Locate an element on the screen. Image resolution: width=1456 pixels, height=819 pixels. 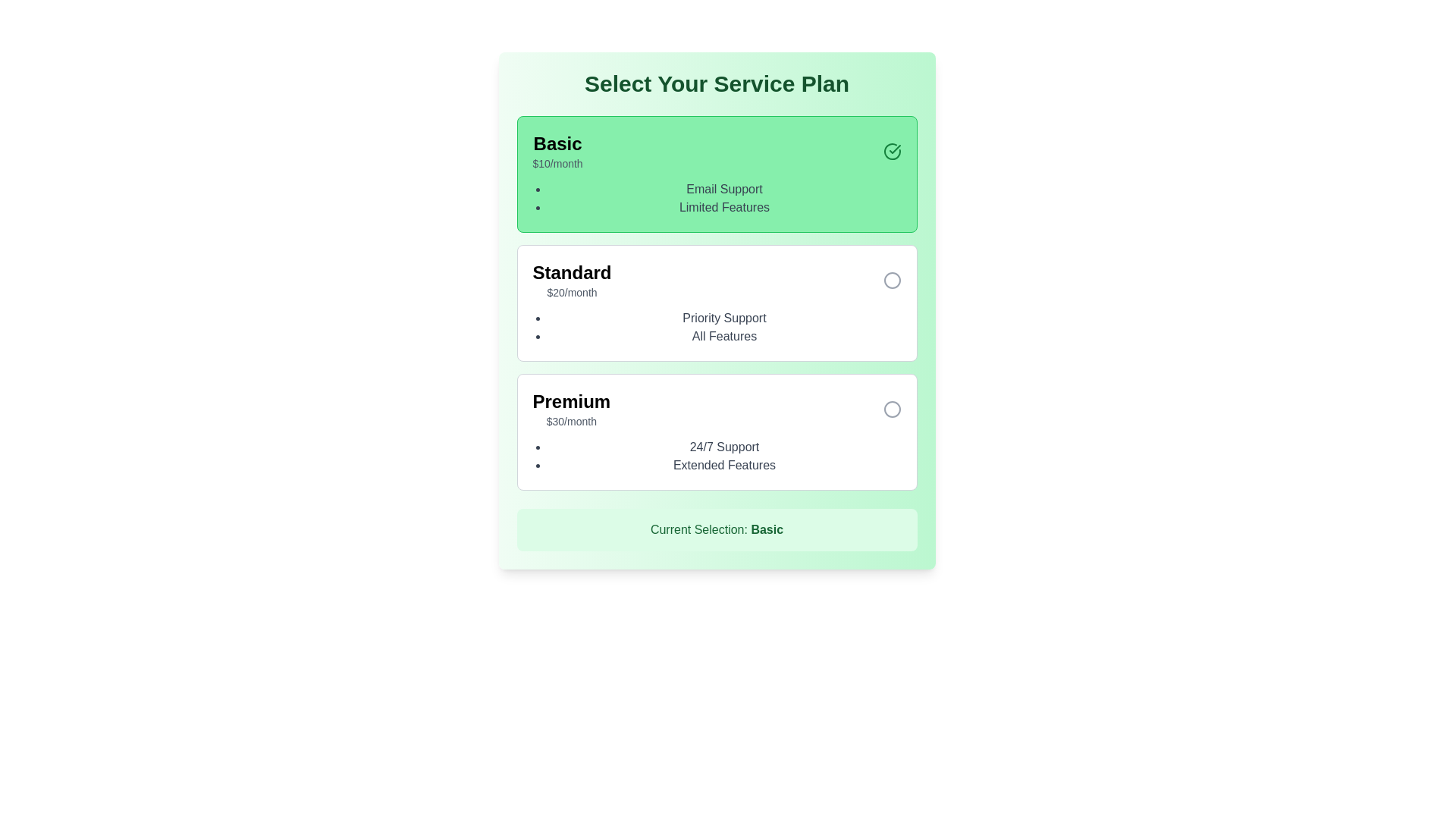
the static text element displaying 'All Features', which is styled in a standard sans-serif typeface and is part of a bulleted list under the 'Standard' service plan section, positioned below 'Priority Support' is located at coordinates (723, 335).